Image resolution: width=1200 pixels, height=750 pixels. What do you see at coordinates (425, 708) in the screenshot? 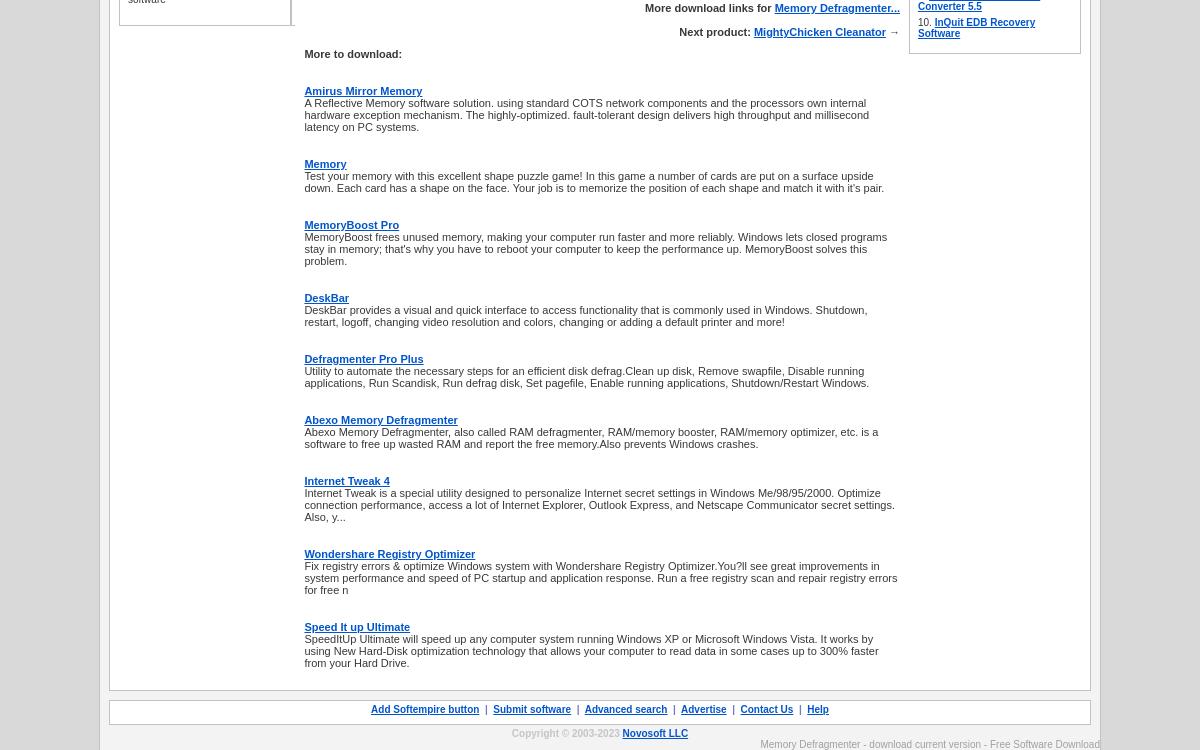
I see `'Add Softempire button'` at bounding box center [425, 708].